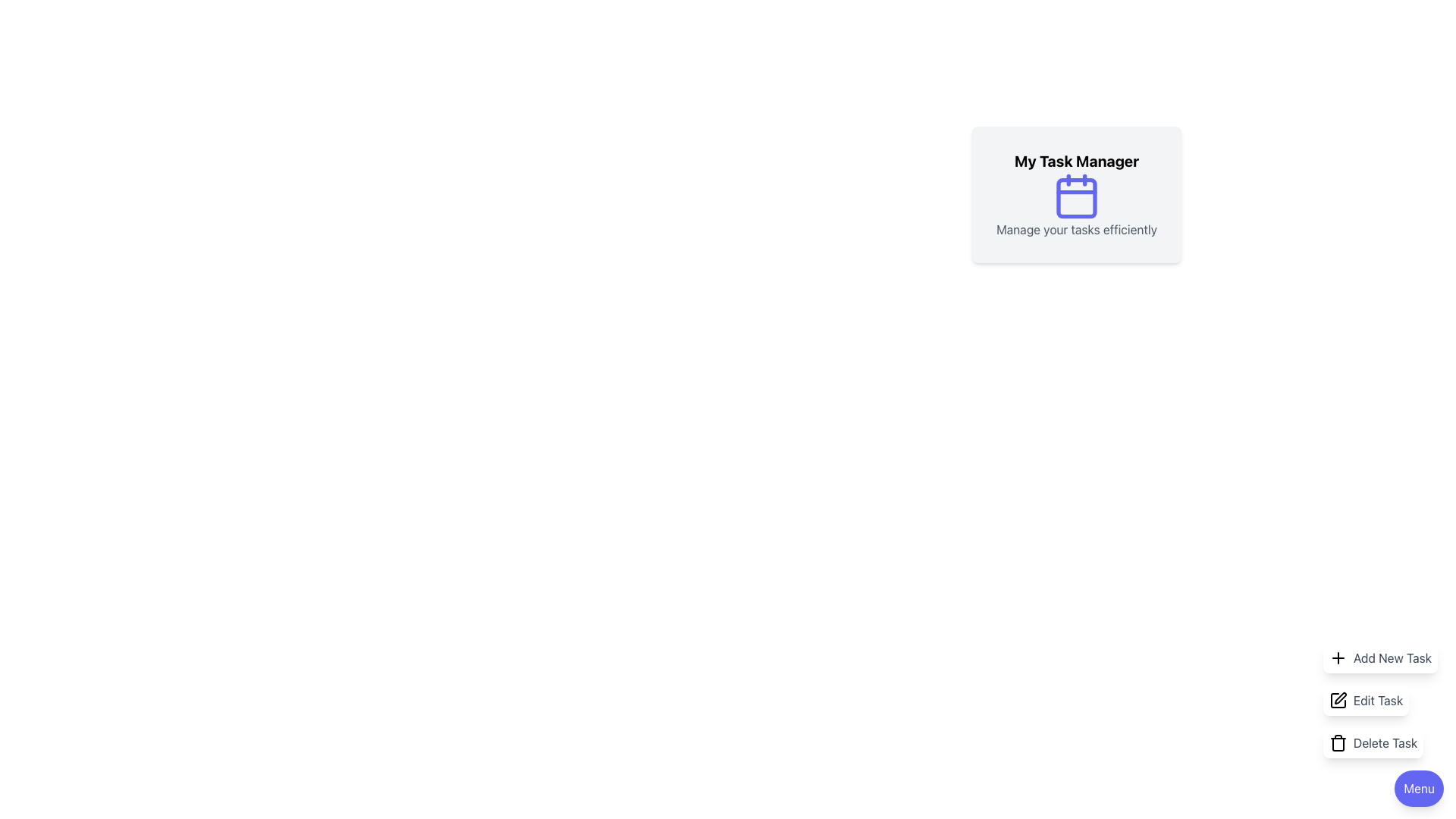 The image size is (1456, 819). I want to click on the rectangular body of the trash can icon located to the left of the 'Delete Task' text, so click(1338, 744).